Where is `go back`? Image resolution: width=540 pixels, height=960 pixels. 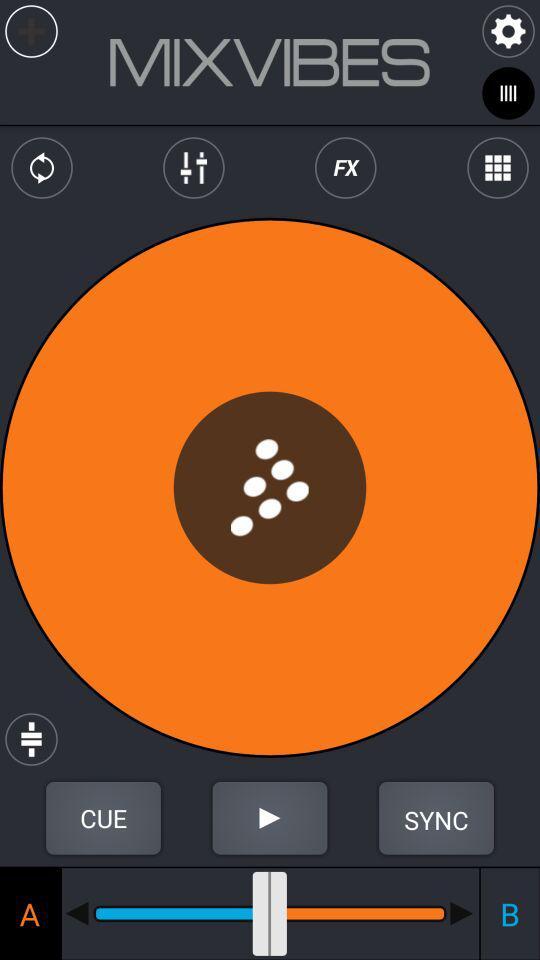 go back is located at coordinates (76, 913).